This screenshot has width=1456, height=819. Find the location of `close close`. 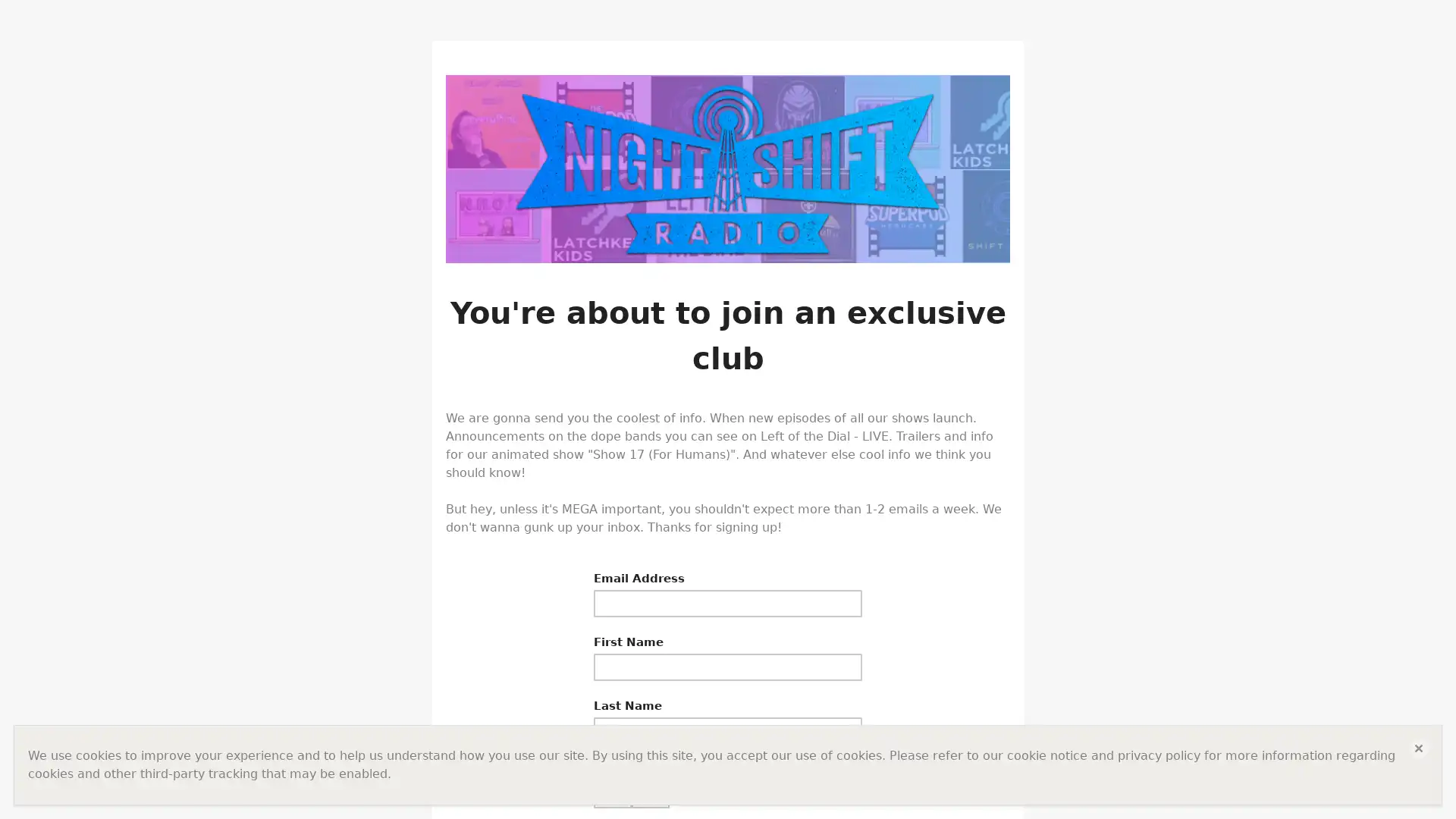

close close is located at coordinates (1418, 748).